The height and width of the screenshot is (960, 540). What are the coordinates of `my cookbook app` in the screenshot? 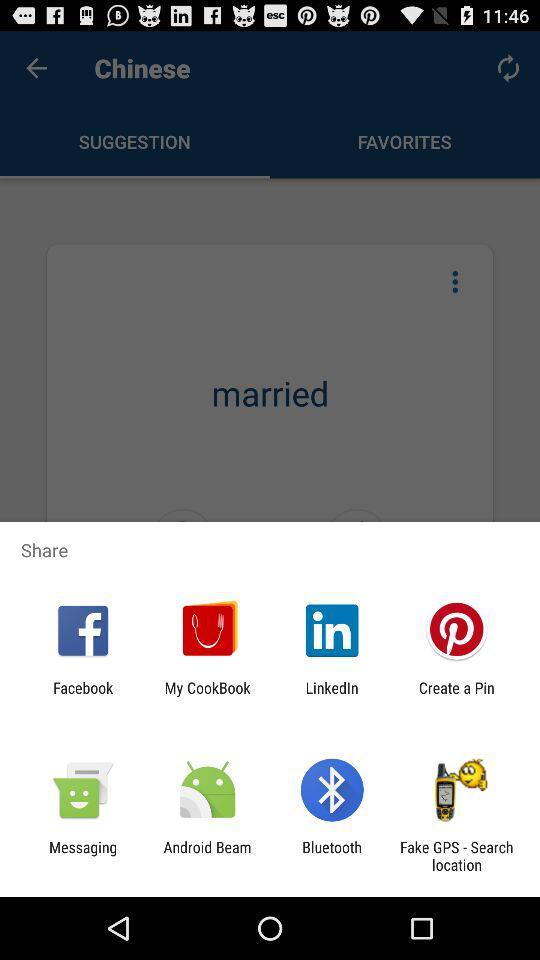 It's located at (206, 696).